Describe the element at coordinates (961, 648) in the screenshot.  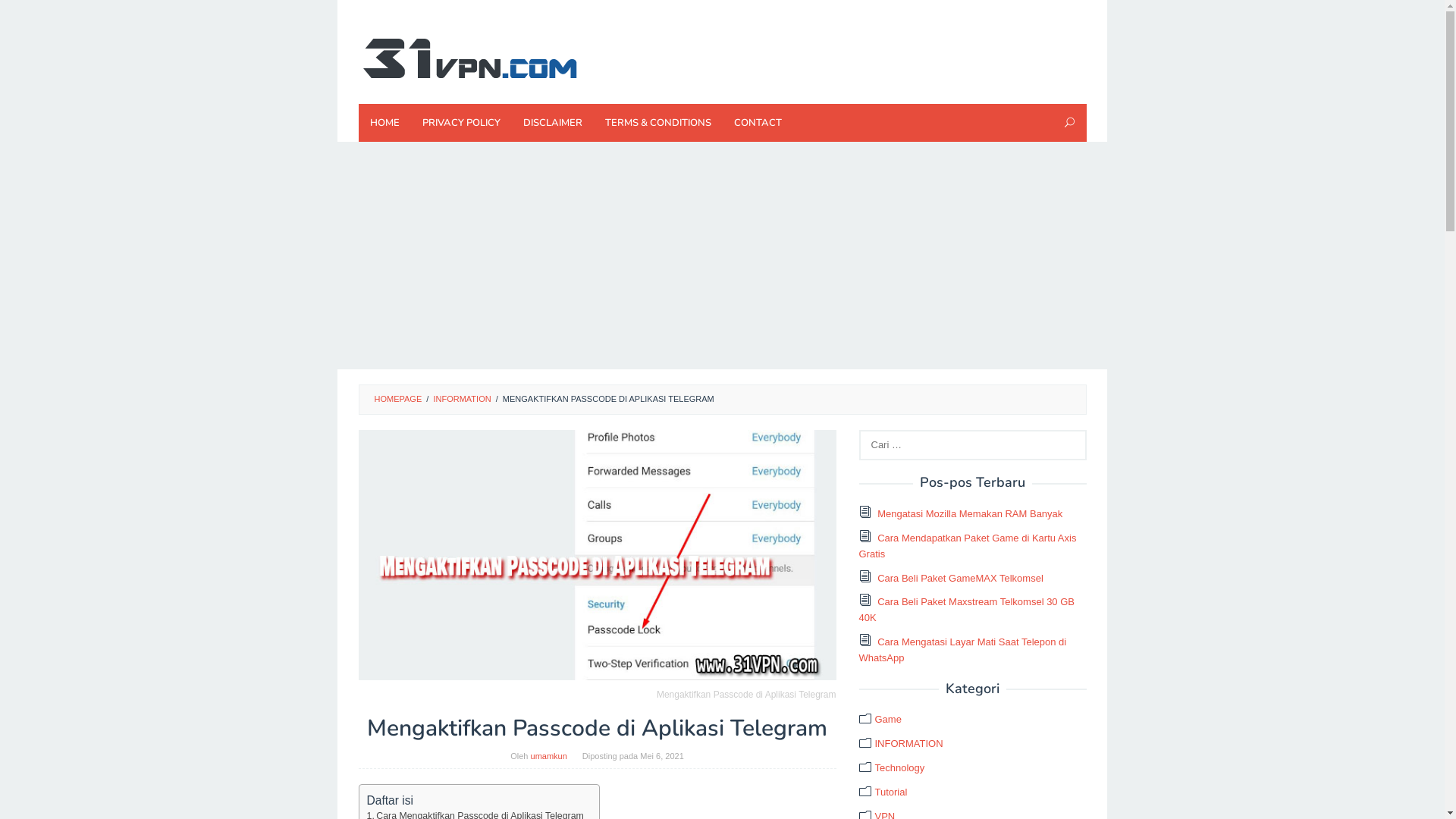
I see `'Cara Mengatasi Layar Mati Saat Telepon di WhatsApp'` at that location.